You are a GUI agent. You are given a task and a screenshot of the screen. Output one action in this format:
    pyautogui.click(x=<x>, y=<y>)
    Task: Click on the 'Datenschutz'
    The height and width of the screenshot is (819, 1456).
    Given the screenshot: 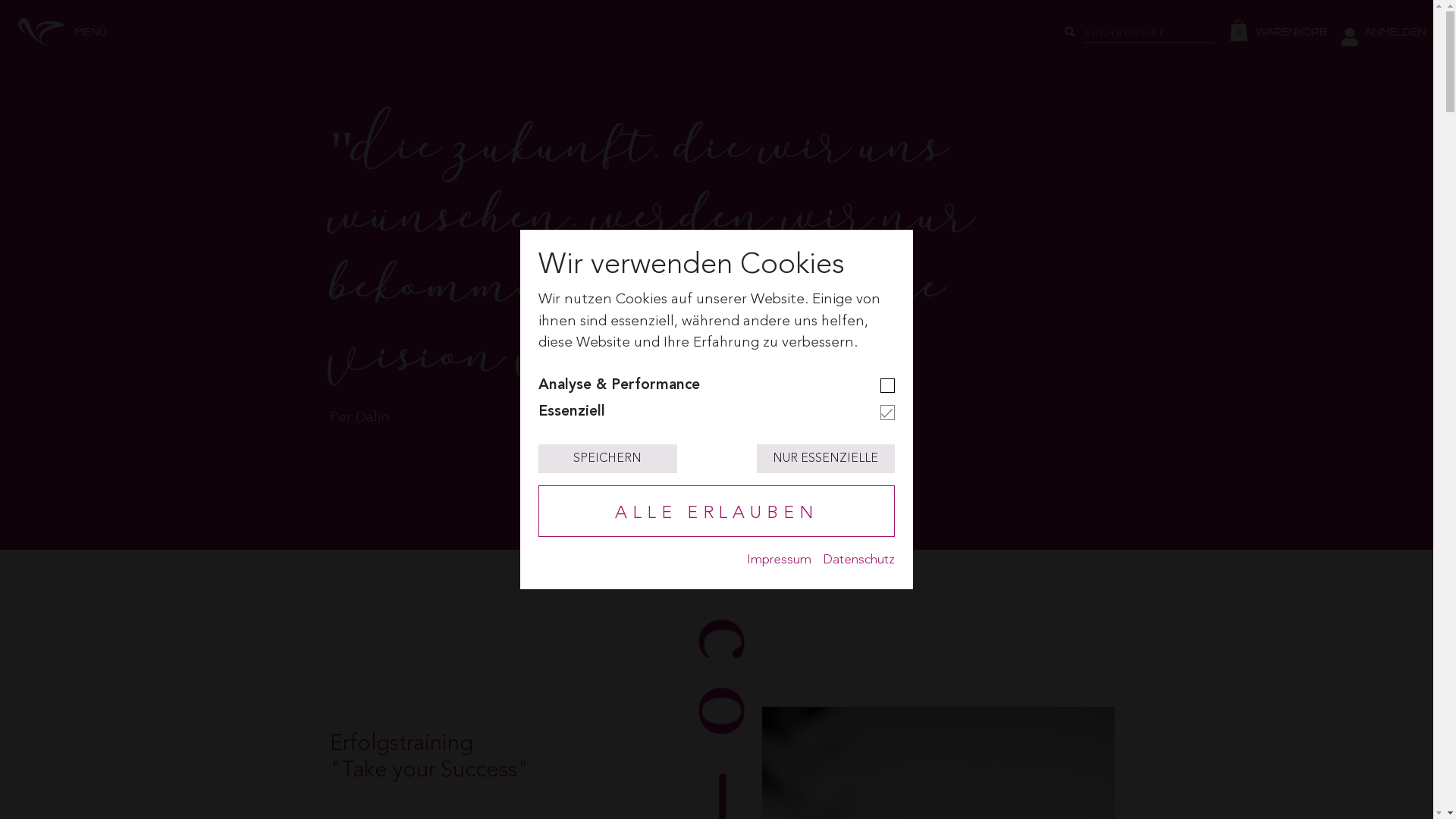 What is the action you would take?
    pyautogui.click(x=858, y=560)
    